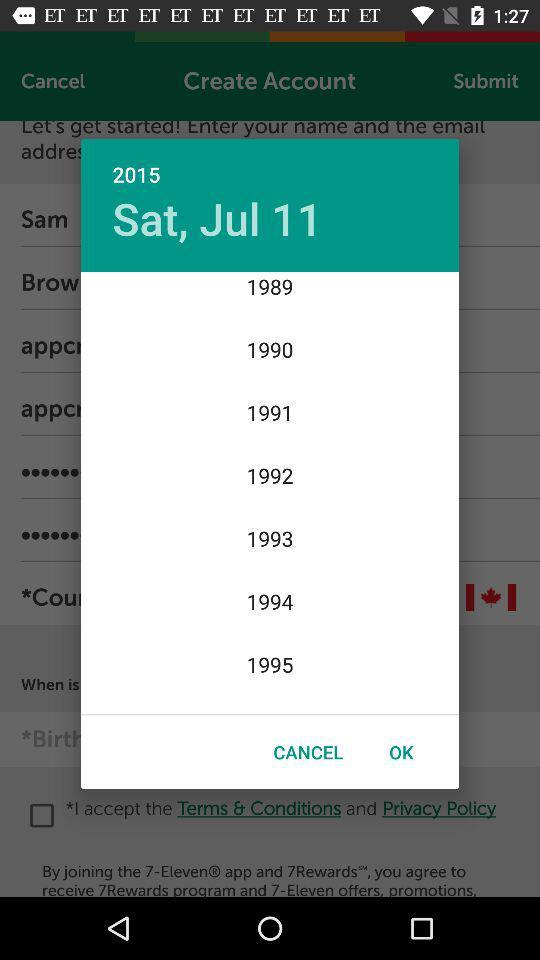 This screenshot has width=540, height=960. Describe the element at coordinates (216, 218) in the screenshot. I see `the sat, jul 11 icon` at that location.